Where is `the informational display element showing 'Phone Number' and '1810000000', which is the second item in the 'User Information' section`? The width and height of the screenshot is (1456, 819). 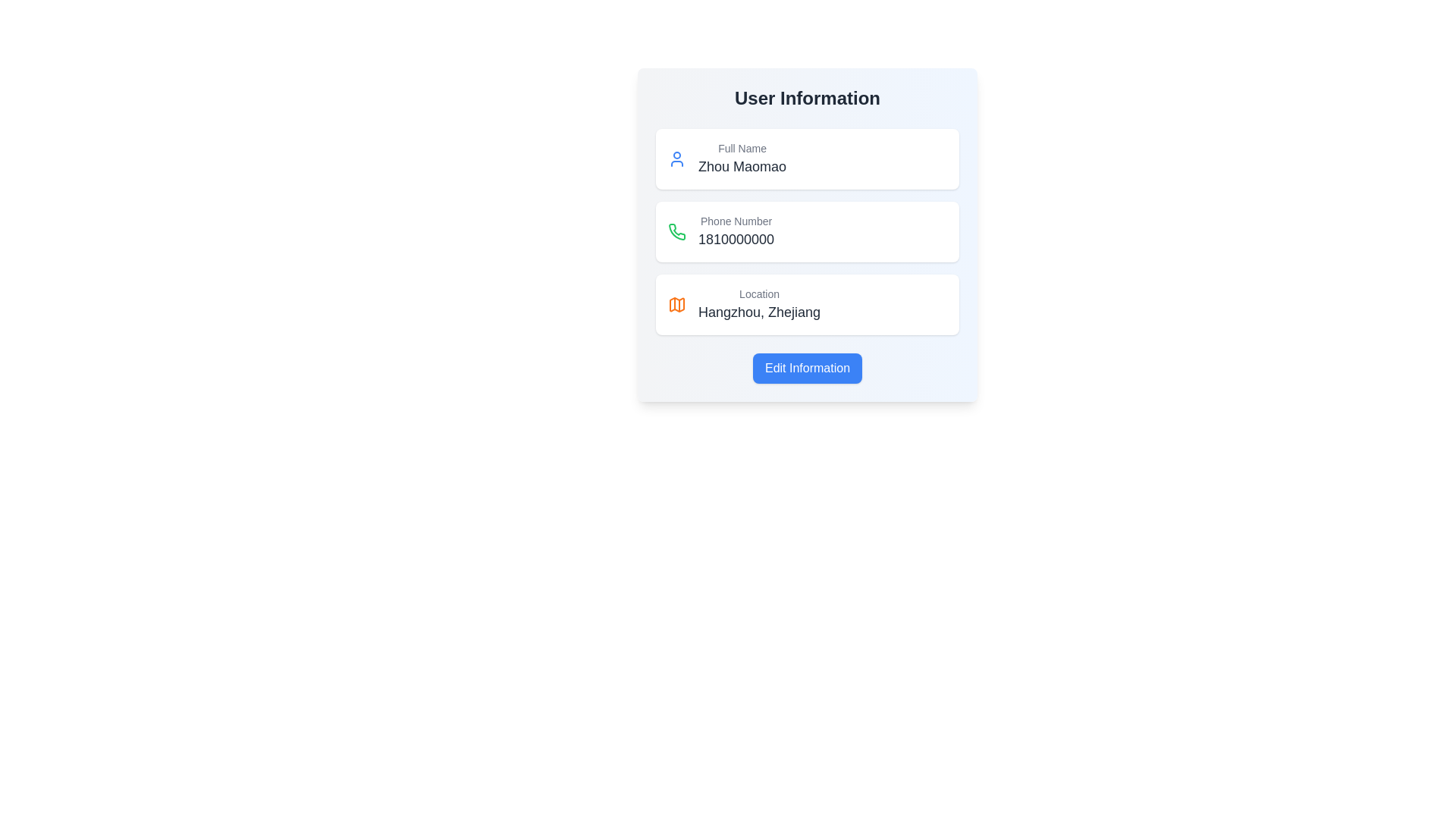 the informational display element showing 'Phone Number' and '1810000000', which is the second item in the 'User Information' section is located at coordinates (807, 231).